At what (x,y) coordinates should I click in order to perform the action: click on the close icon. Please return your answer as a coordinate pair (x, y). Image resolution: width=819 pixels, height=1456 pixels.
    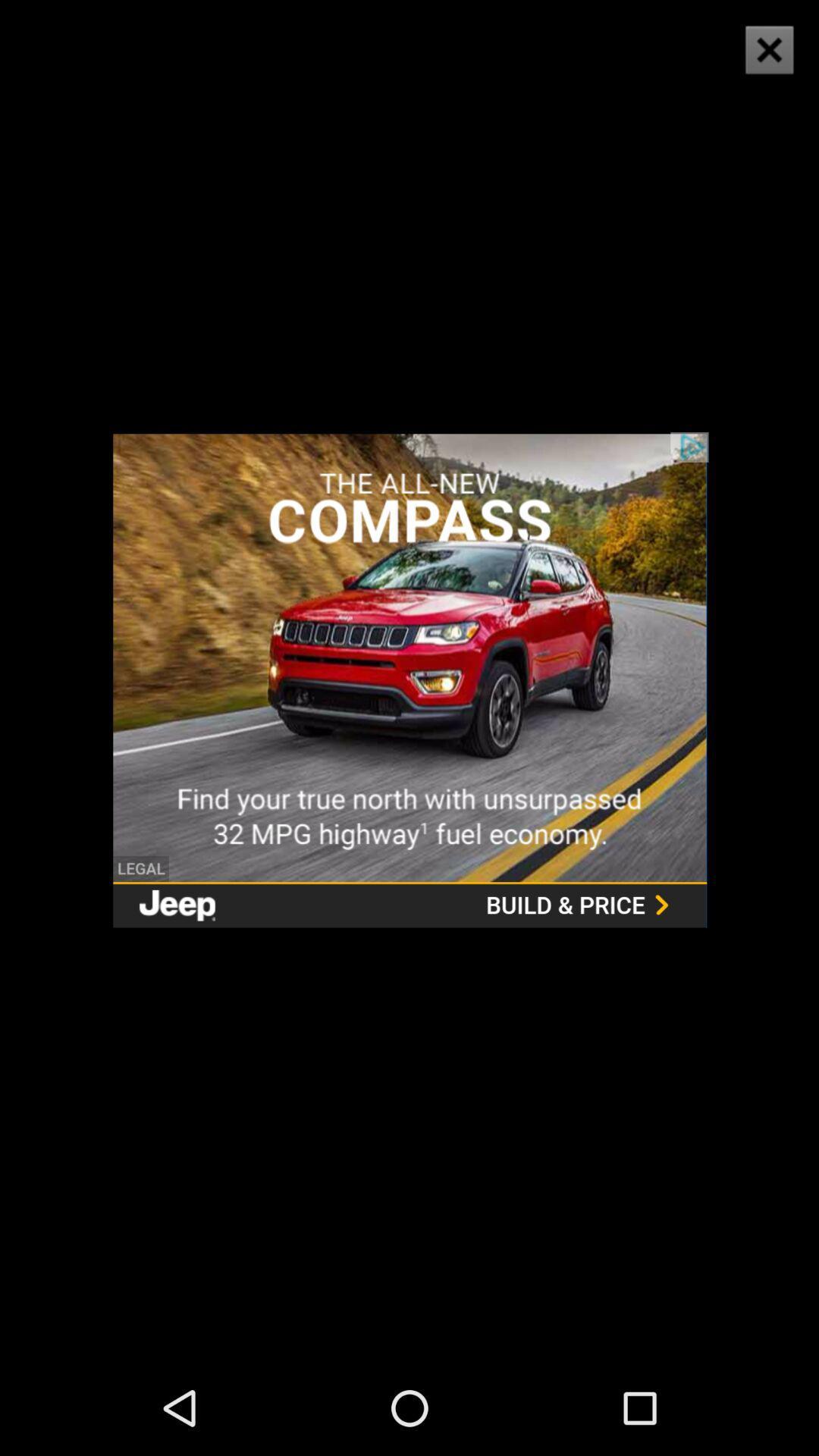
    Looking at the image, I should click on (769, 53).